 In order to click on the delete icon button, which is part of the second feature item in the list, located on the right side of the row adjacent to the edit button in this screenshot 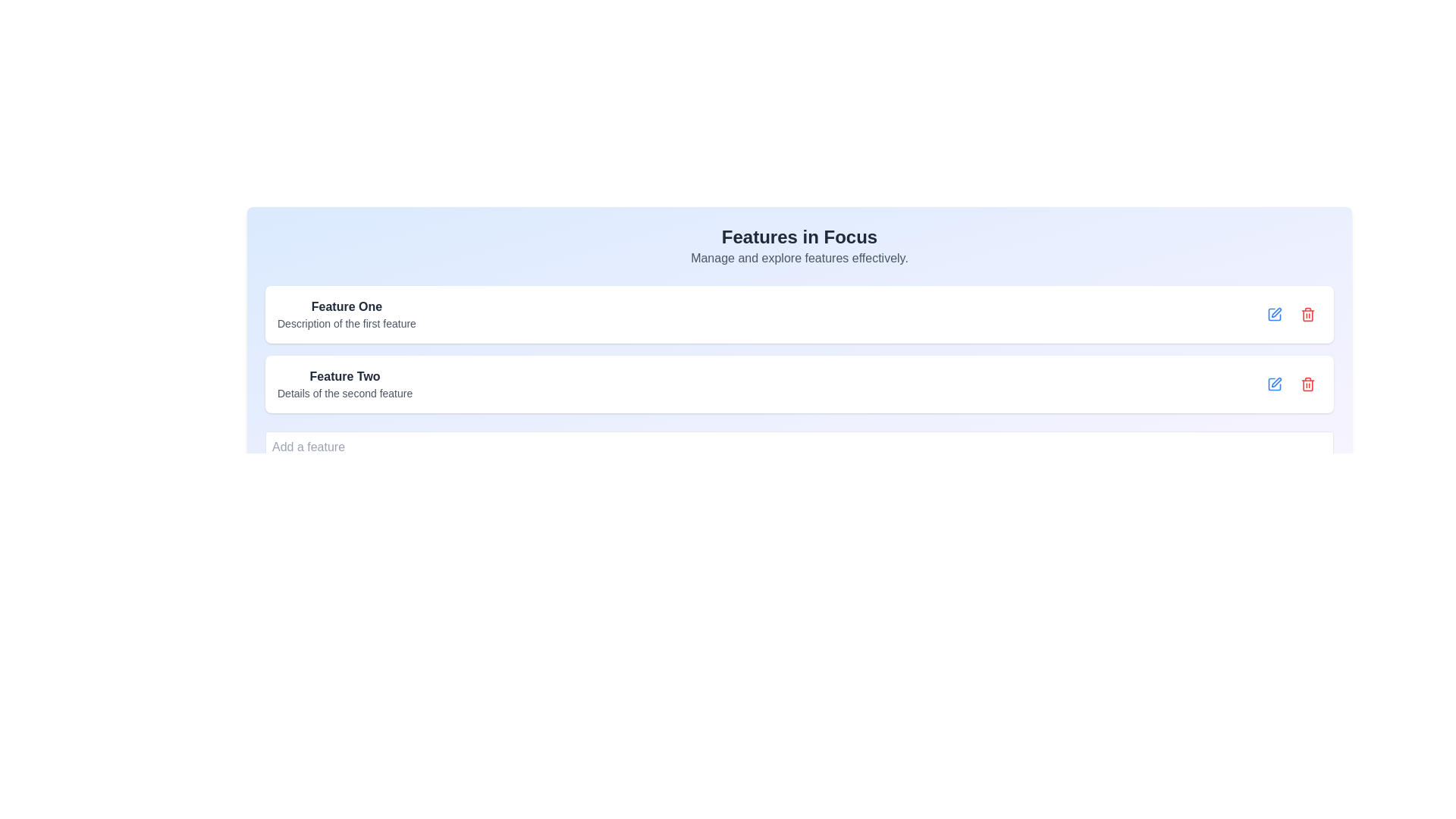, I will do `click(1307, 383)`.